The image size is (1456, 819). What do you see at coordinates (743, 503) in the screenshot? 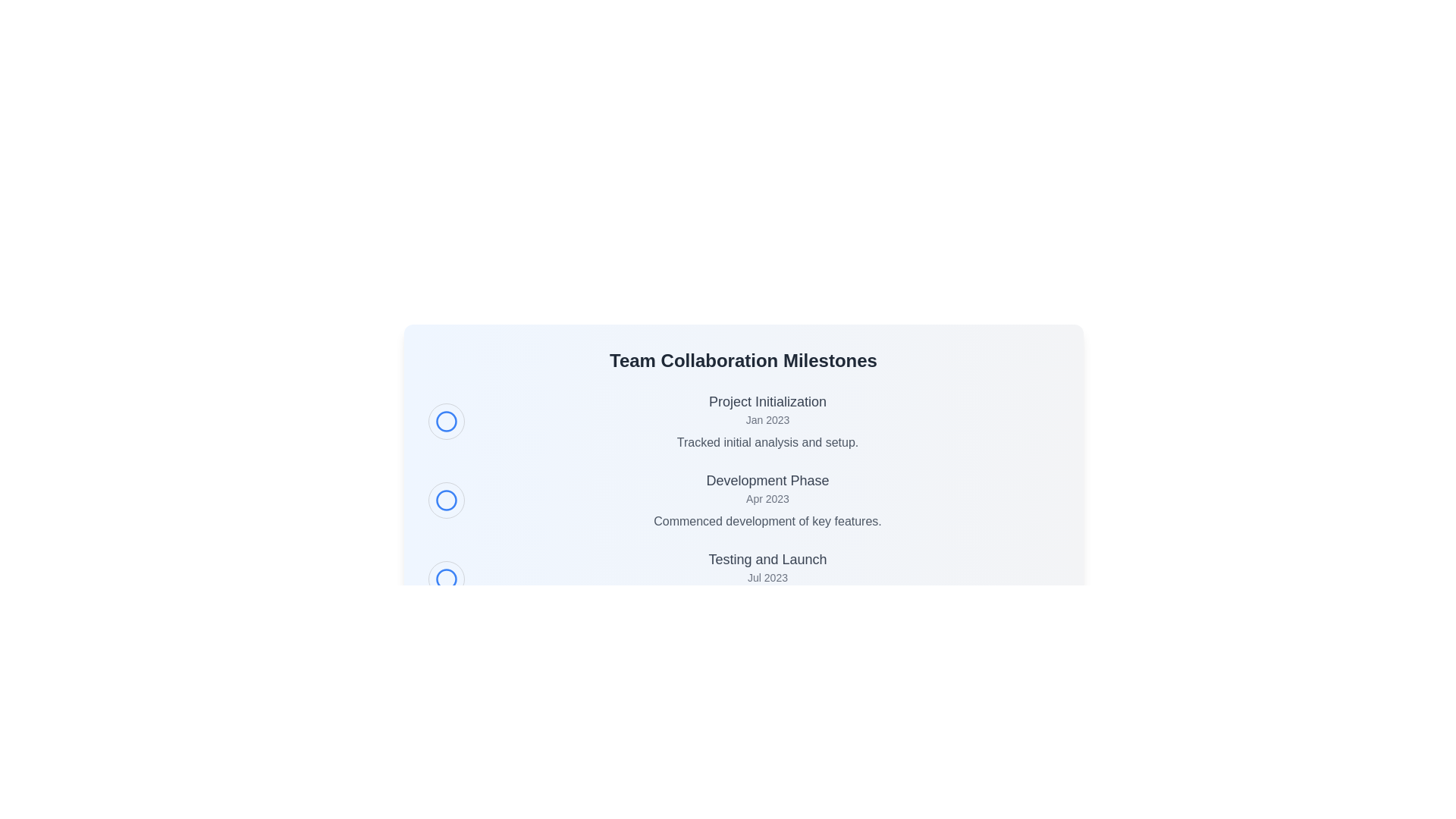
I see `information displayed in the central dedicated content section of the layout, which shows the team's progress milestones and their descriptions` at bounding box center [743, 503].